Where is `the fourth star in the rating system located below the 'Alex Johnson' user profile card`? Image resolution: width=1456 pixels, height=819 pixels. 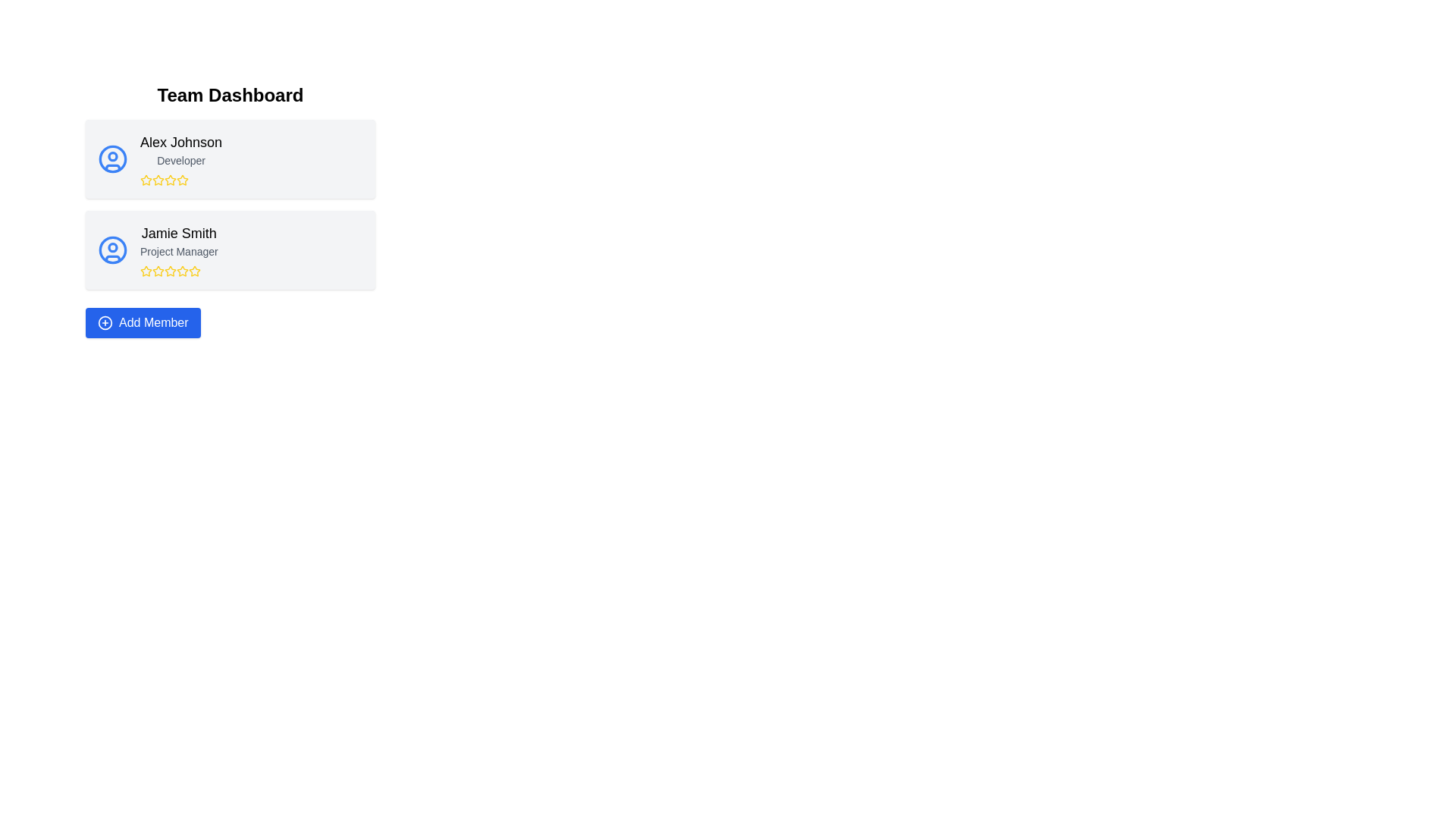 the fourth star in the rating system located below the 'Alex Johnson' user profile card is located at coordinates (181, 180).